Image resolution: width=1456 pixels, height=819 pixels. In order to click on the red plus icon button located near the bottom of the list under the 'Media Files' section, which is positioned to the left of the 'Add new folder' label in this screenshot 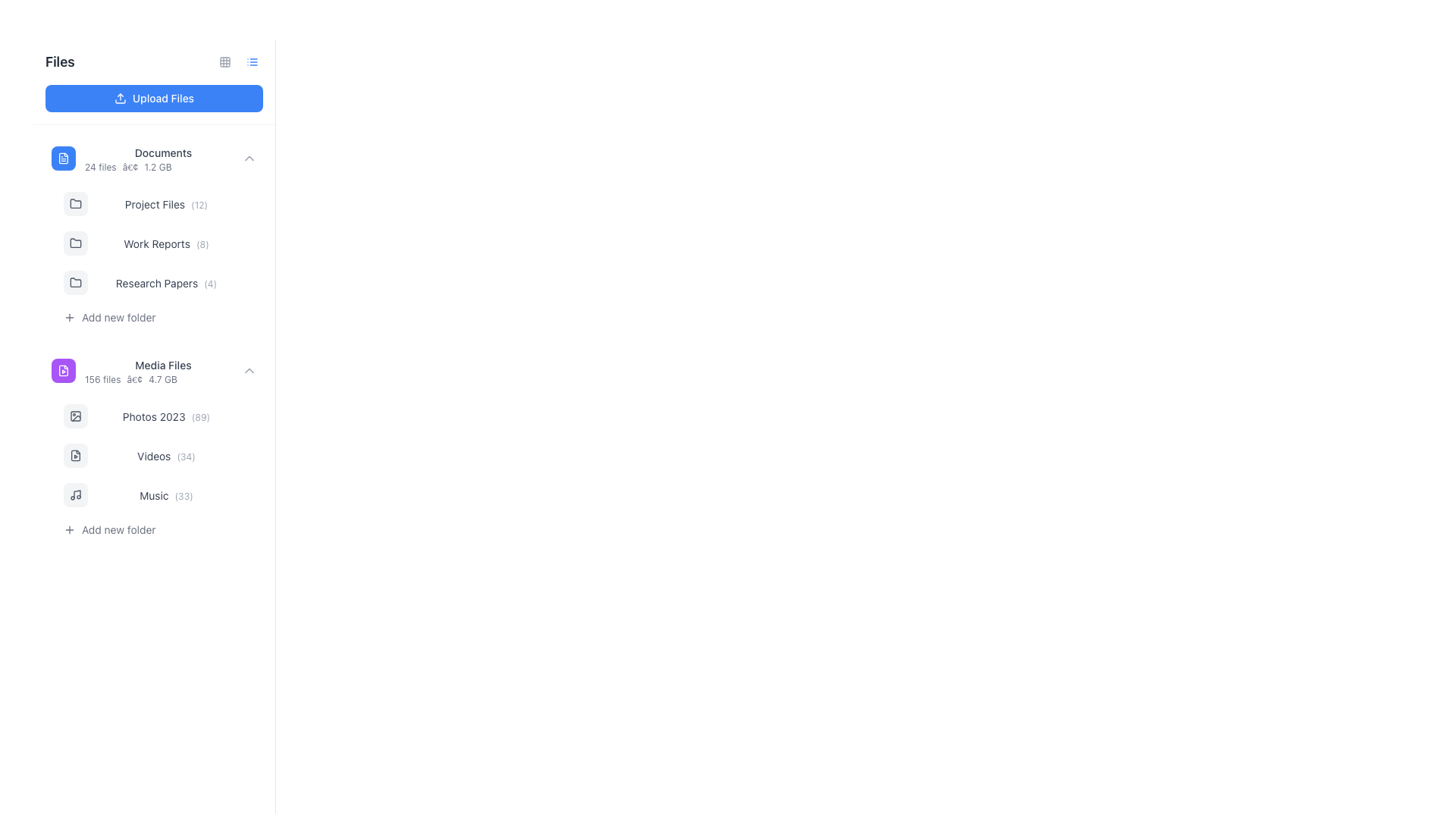, I will do `click(68, 529)`.